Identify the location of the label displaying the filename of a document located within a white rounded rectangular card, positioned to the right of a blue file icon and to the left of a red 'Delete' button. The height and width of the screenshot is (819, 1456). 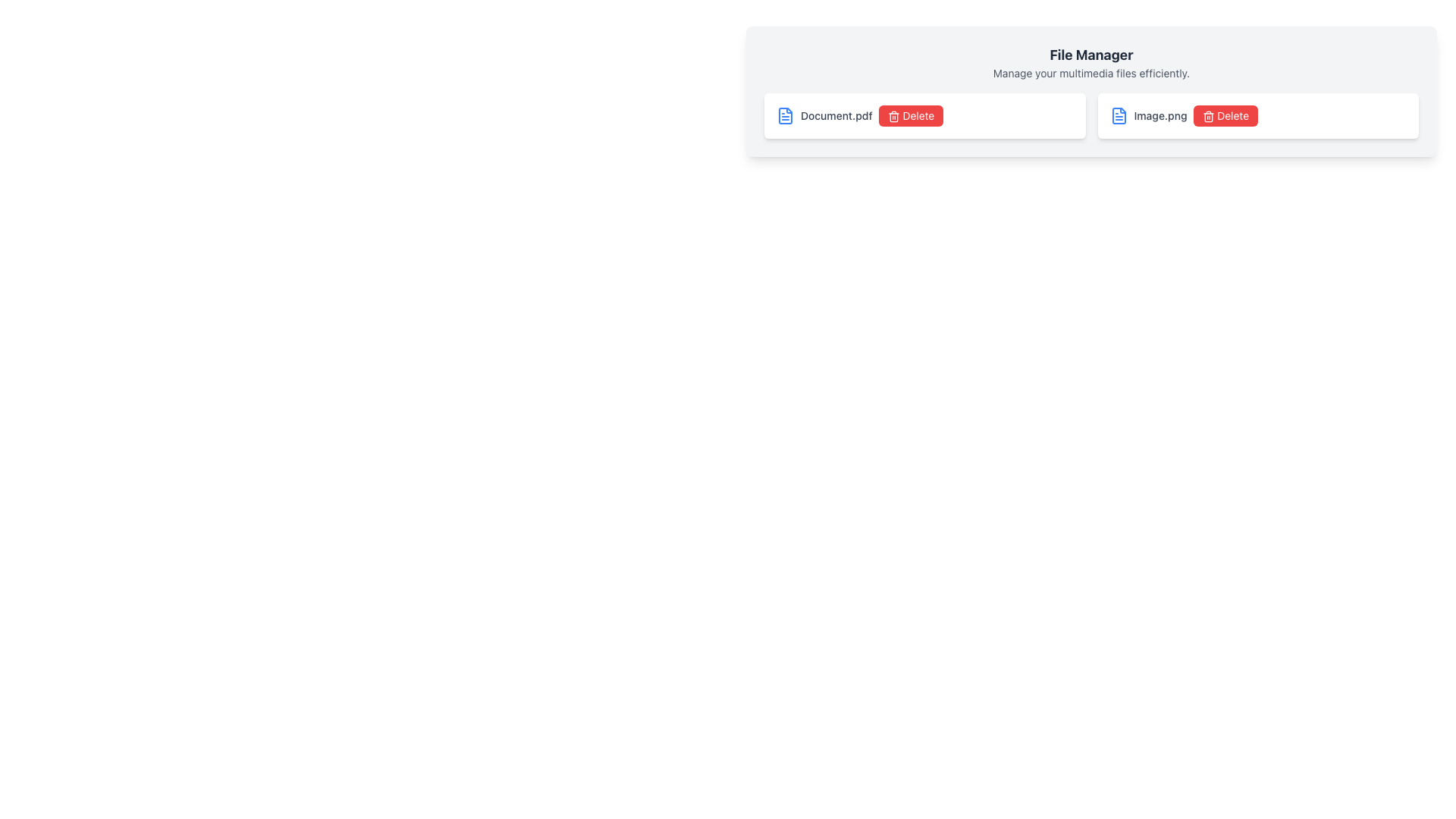
(1159, 115).